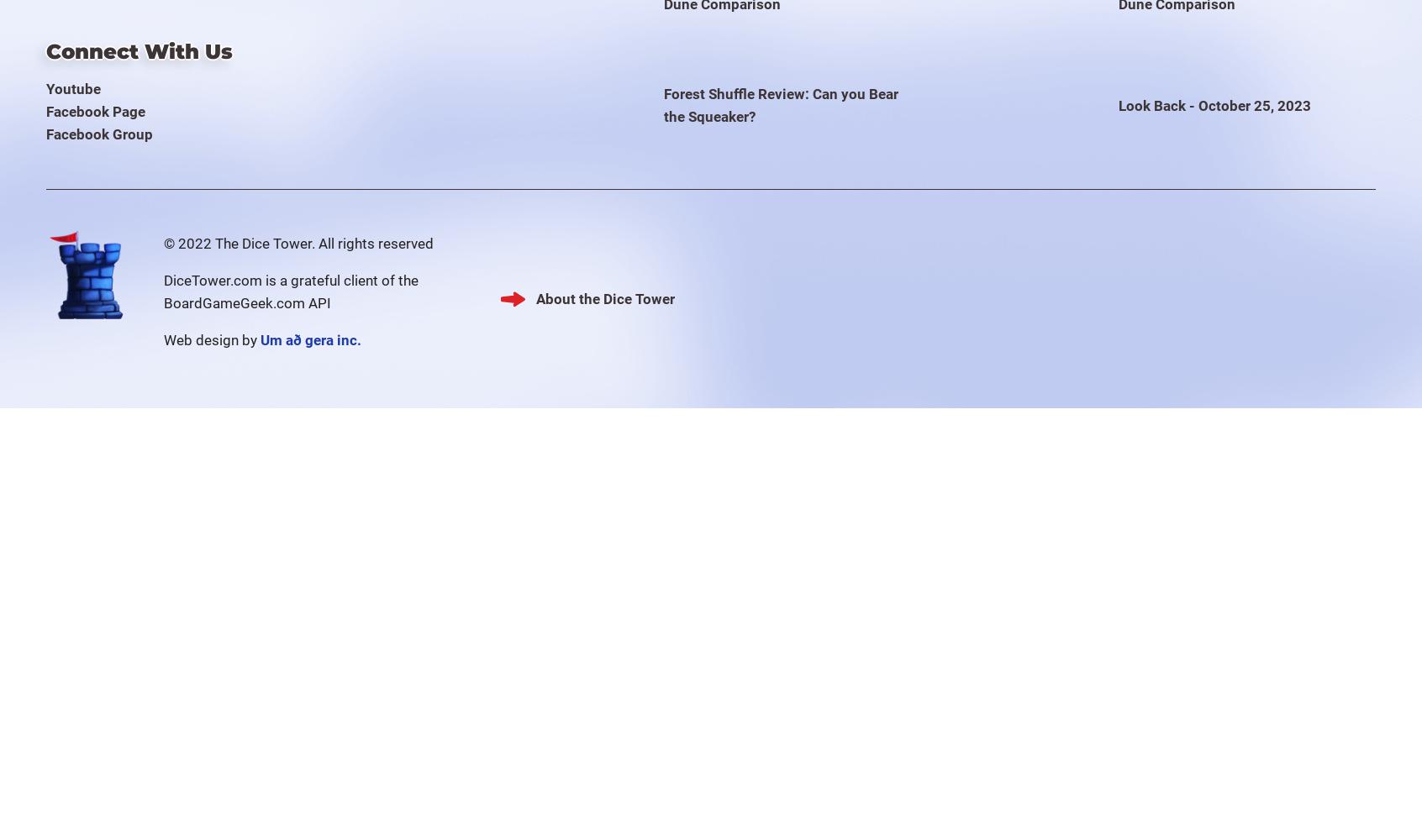 This screenshot has width=1422, height=840. What do you see at coordinates (290, 290) in the screenshot?
I see `'DiceTower.com is a grateful client of the BoardGameGeek.com API'` at bounding box center [290, 290].